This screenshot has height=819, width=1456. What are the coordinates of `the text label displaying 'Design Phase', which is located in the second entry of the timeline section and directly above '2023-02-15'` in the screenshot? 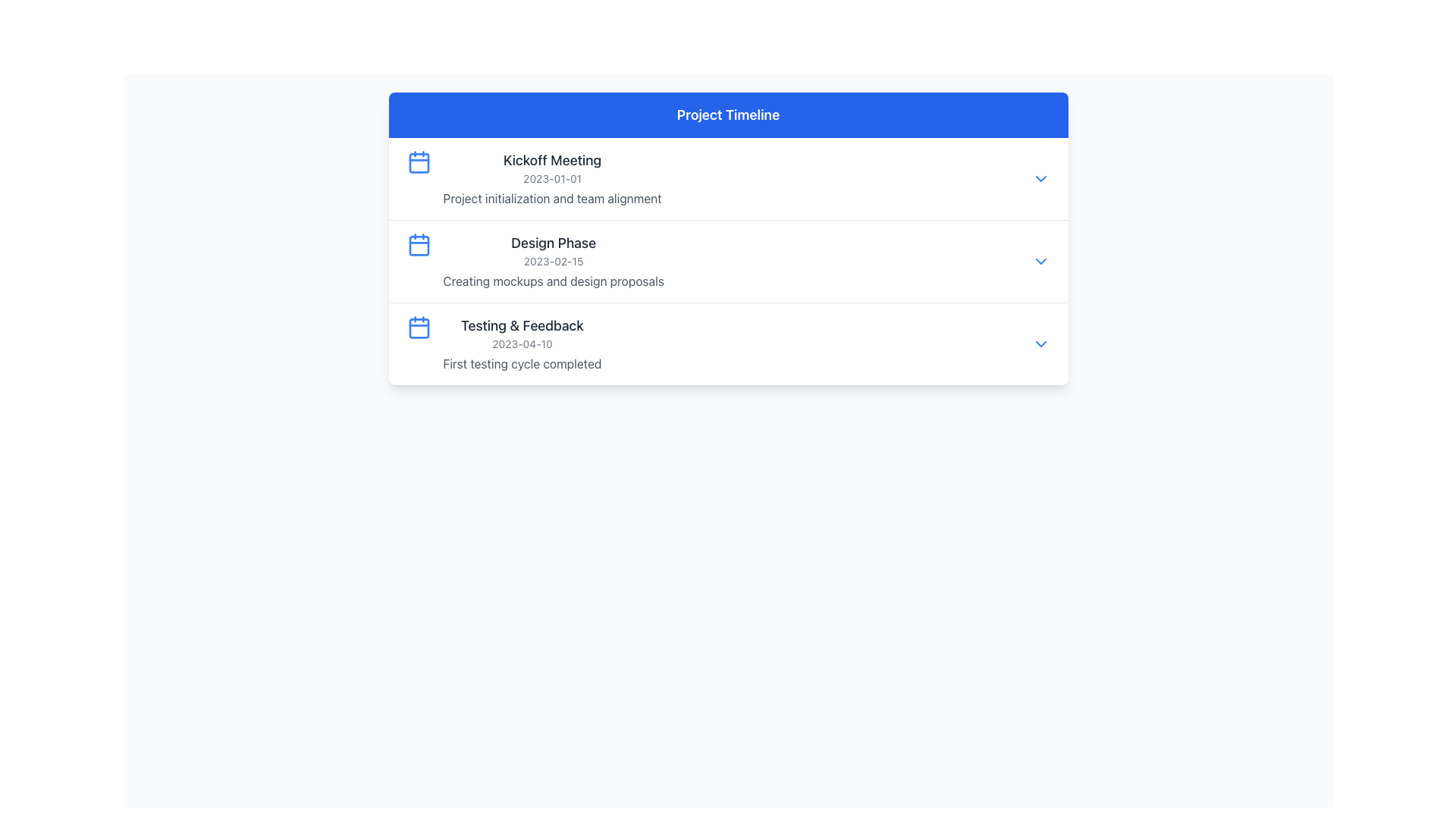 It's located at (553, 242).